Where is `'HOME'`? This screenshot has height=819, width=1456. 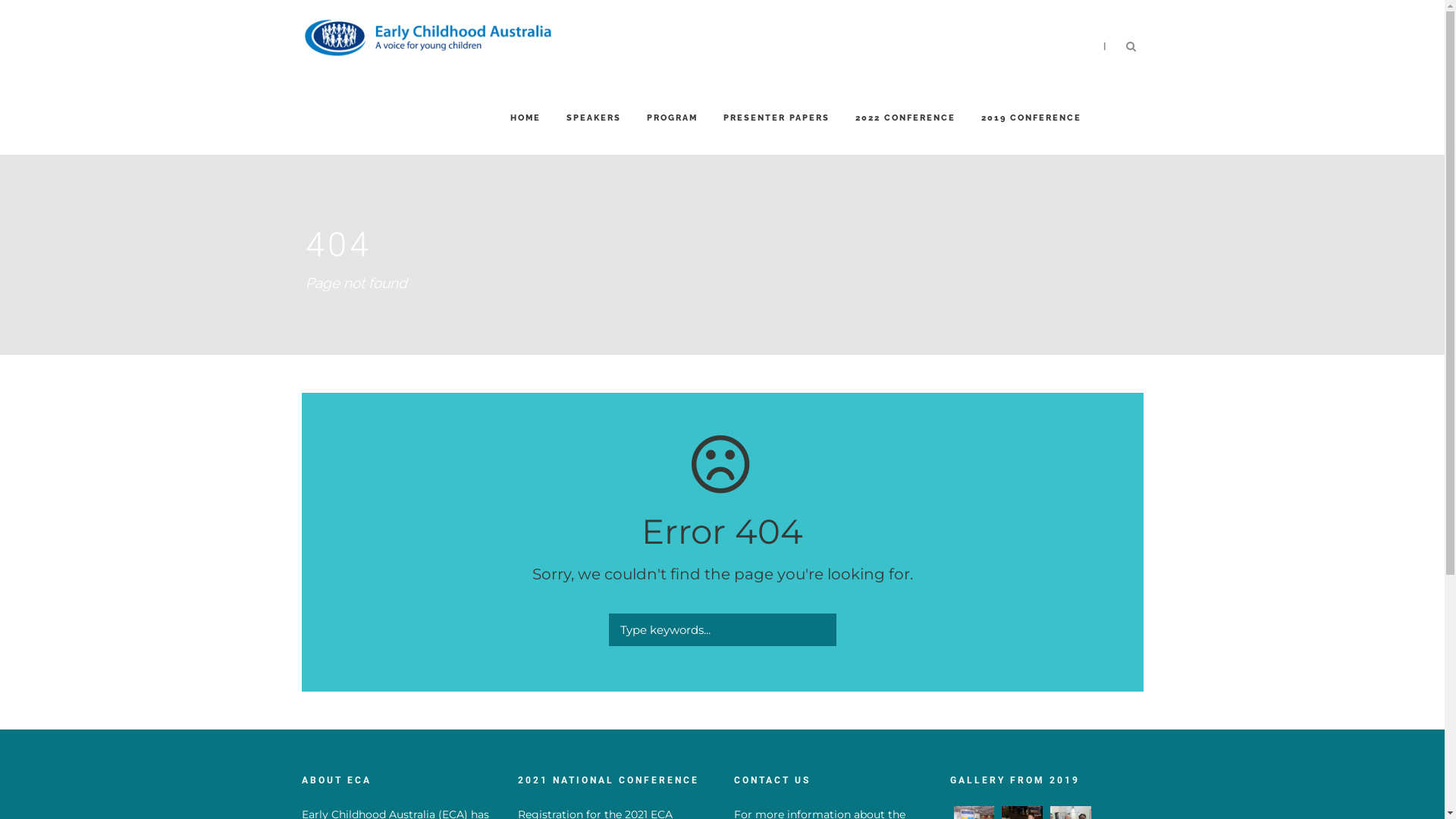 'HOME' is located at coordinates (524, 132).